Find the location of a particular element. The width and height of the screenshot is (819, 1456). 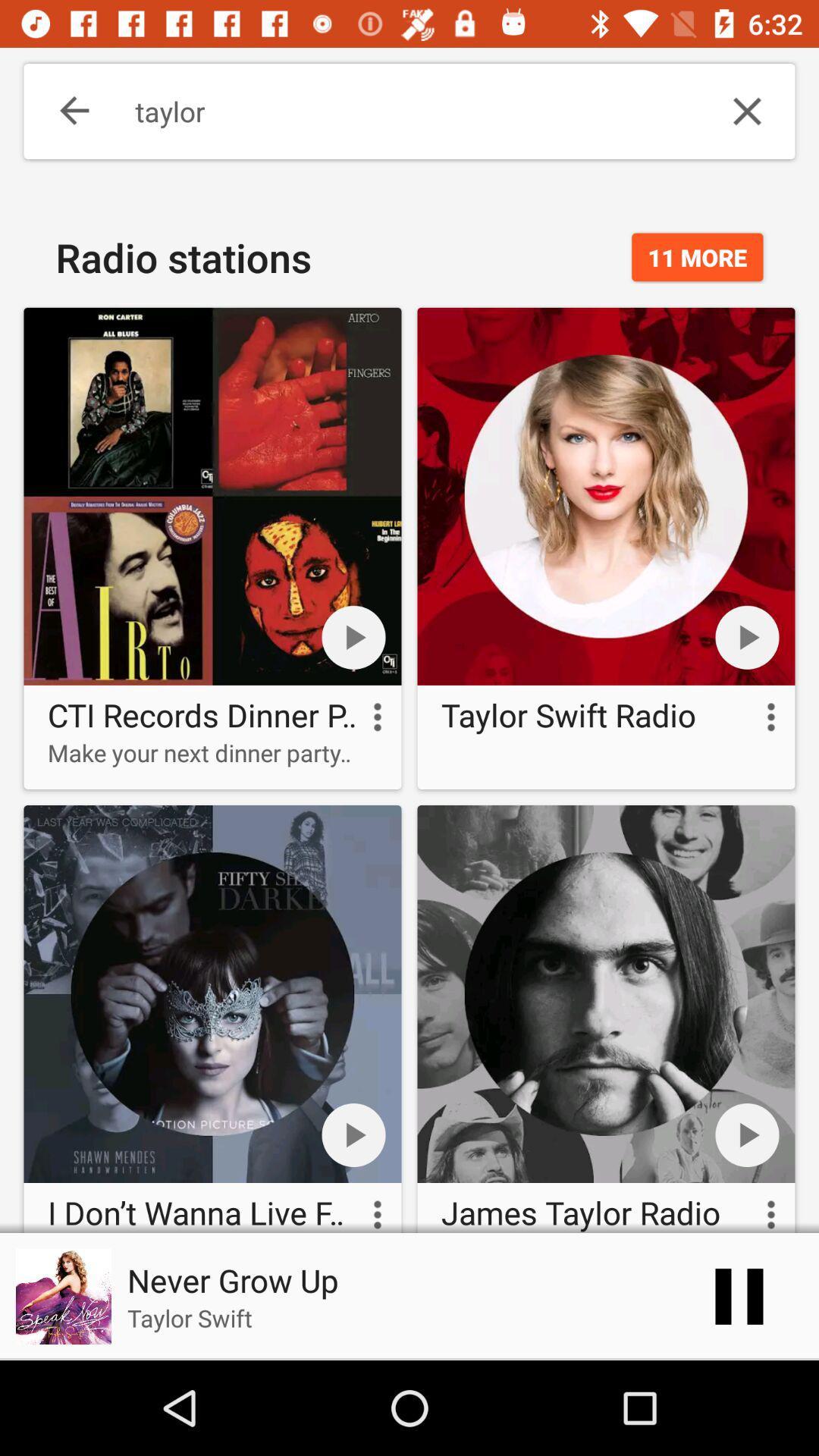

item below the james taylor radio is located at coordinates (739, 1295).